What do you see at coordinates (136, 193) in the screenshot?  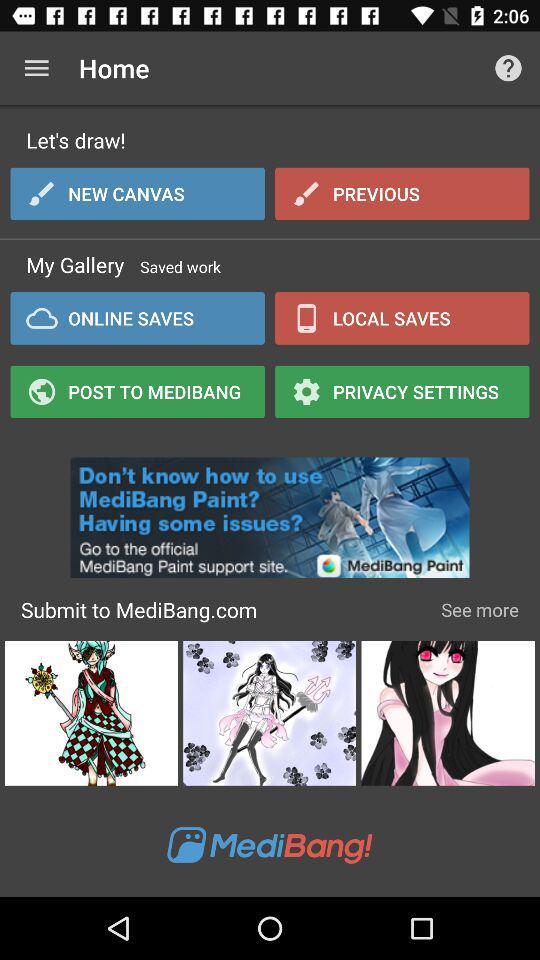 I see `icon below let's draw! item` at bounding box center [136, 193].